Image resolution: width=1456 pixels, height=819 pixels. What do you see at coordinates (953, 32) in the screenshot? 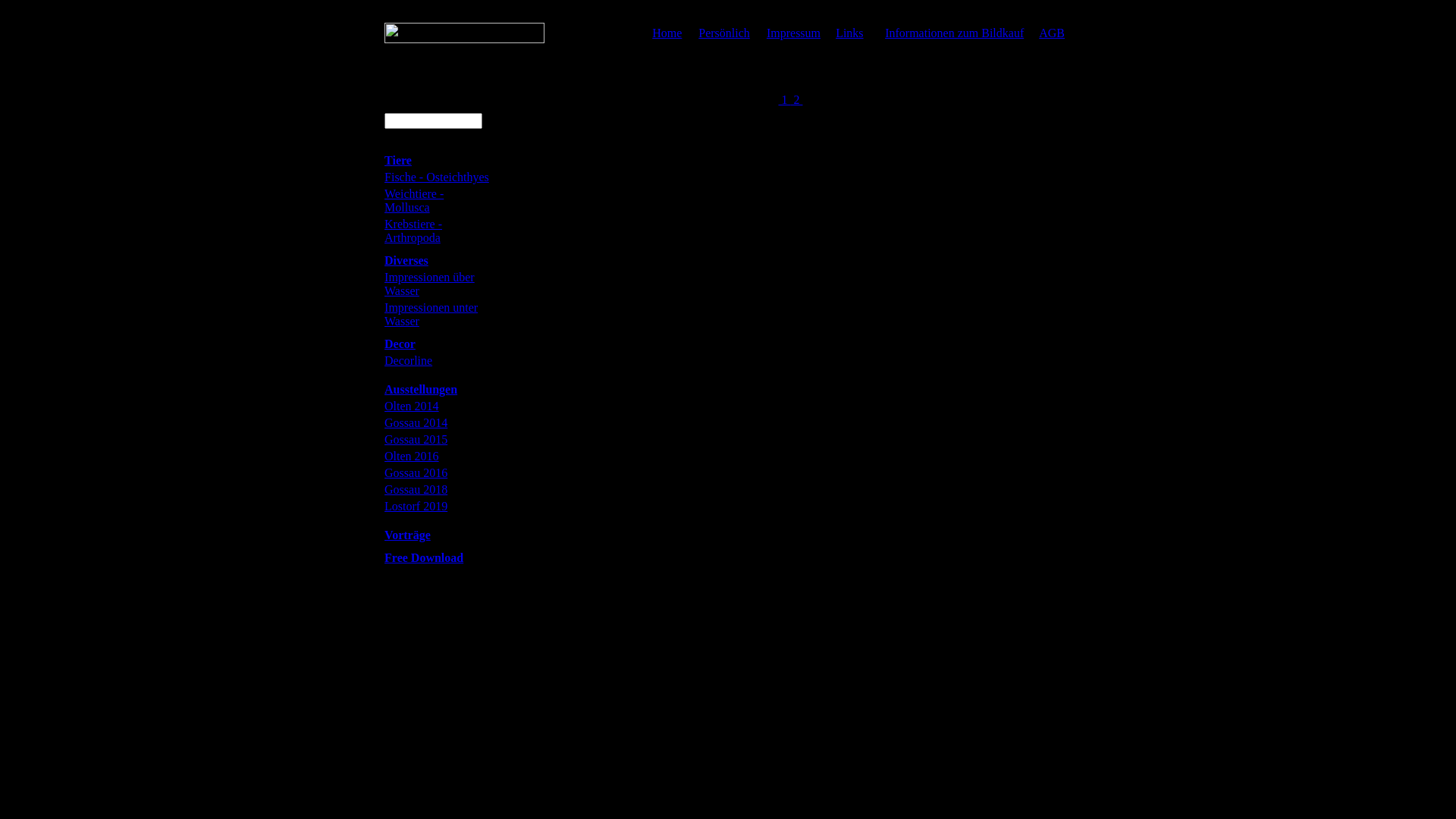
I see `'Informationen zum Bildkauf'` at bounding box center [953, 32].